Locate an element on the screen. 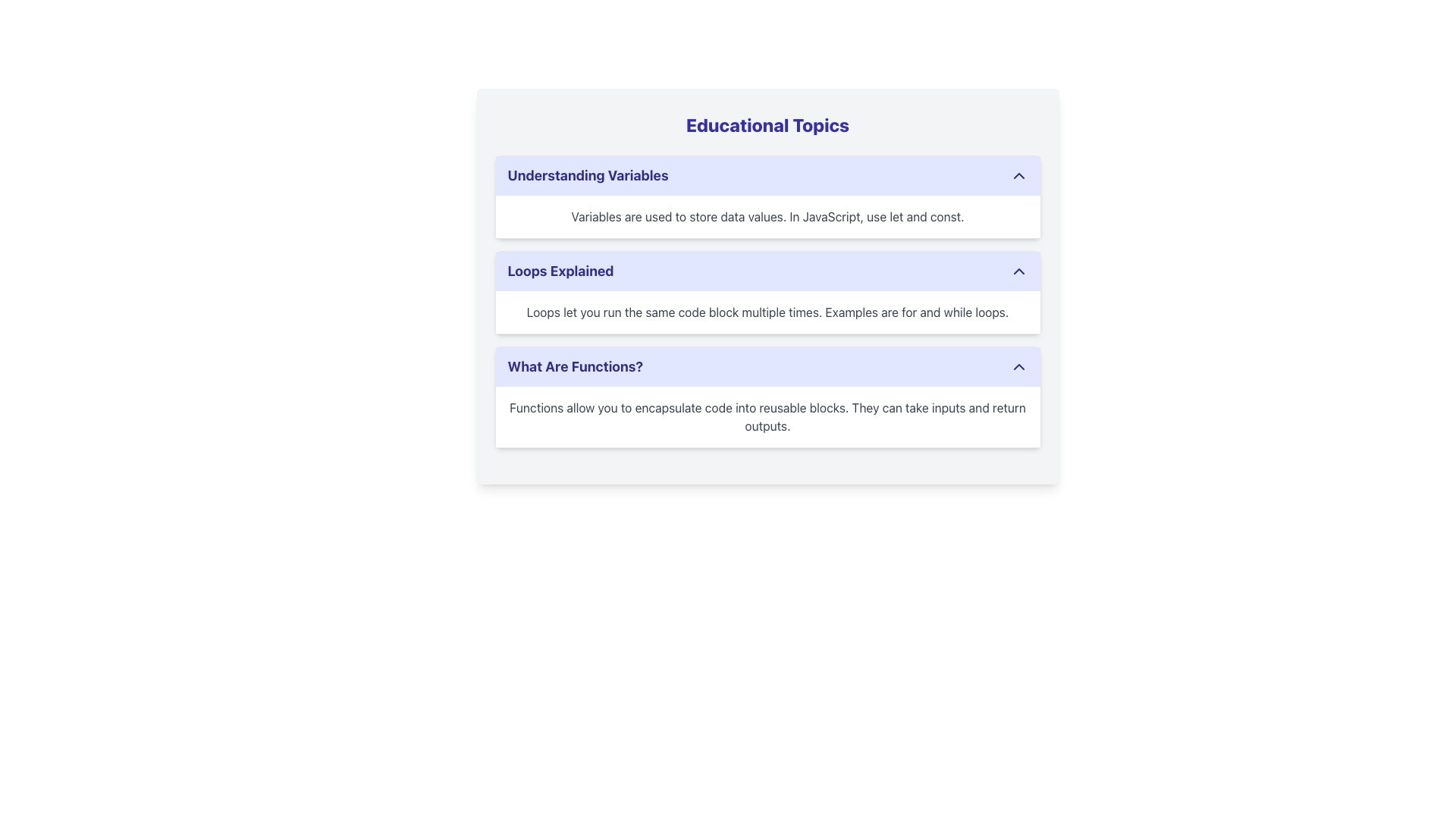  the bold-styled text label displaying 'Understanding Variables', which is prominently positioned within a light indigo background at the top of its section is located at coordinates (587, 174).